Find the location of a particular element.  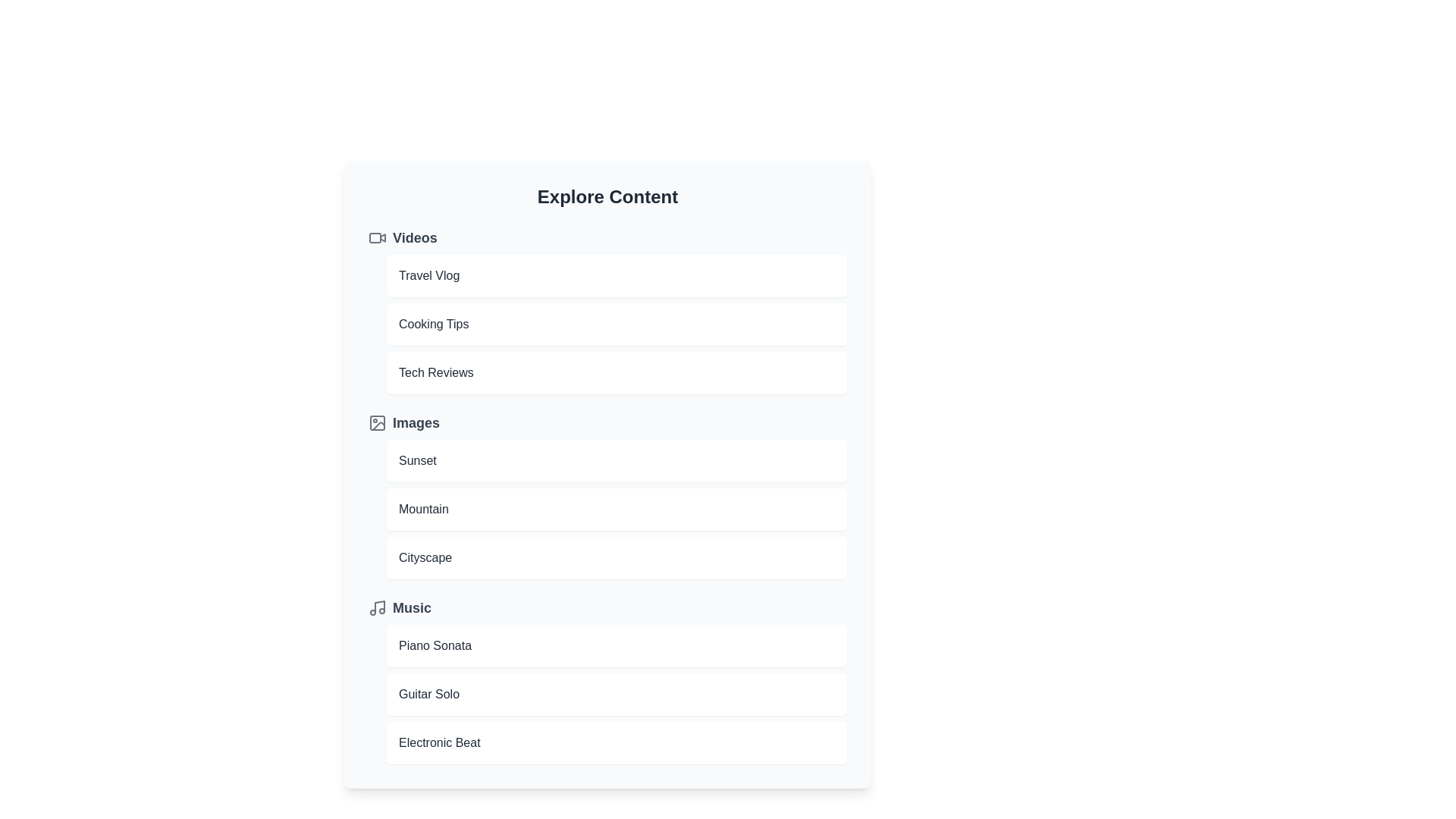

the item Travel Vlog to open it is located at coordinates (617, 275).